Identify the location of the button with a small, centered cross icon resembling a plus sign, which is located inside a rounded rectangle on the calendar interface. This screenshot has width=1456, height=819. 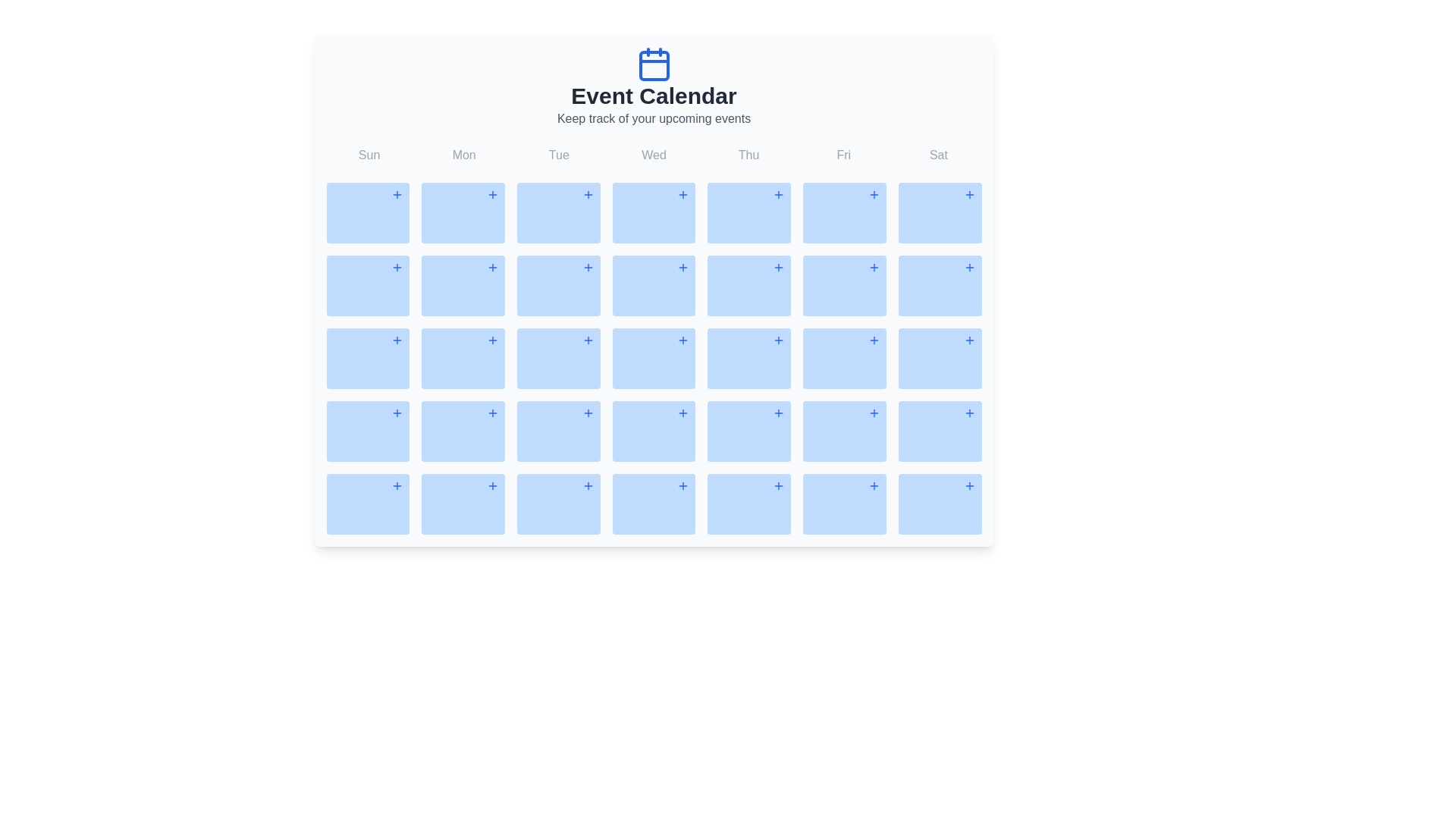
(587, 267).